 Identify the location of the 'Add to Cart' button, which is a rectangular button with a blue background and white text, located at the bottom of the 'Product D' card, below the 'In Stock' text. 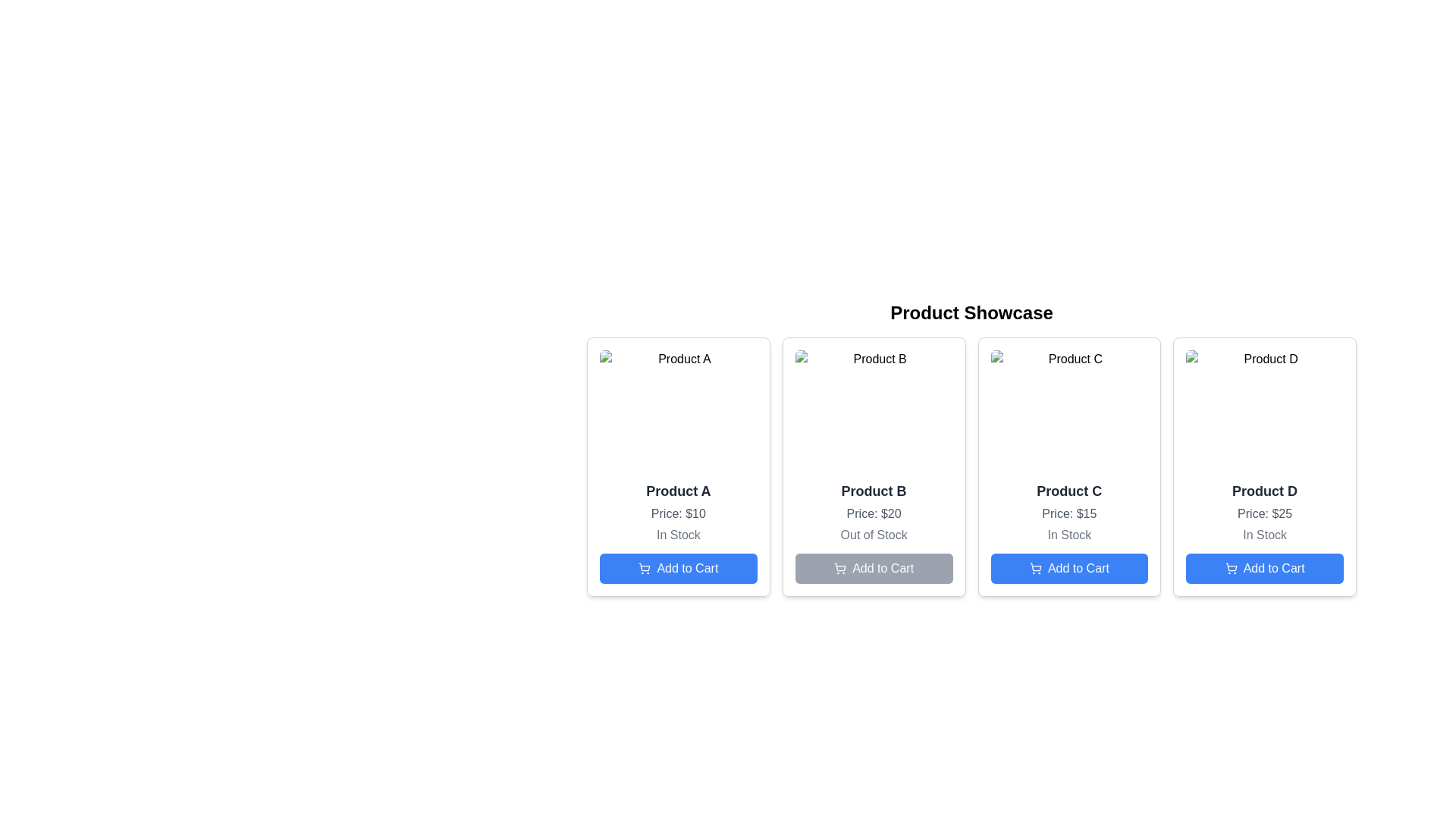
(1265, 568).